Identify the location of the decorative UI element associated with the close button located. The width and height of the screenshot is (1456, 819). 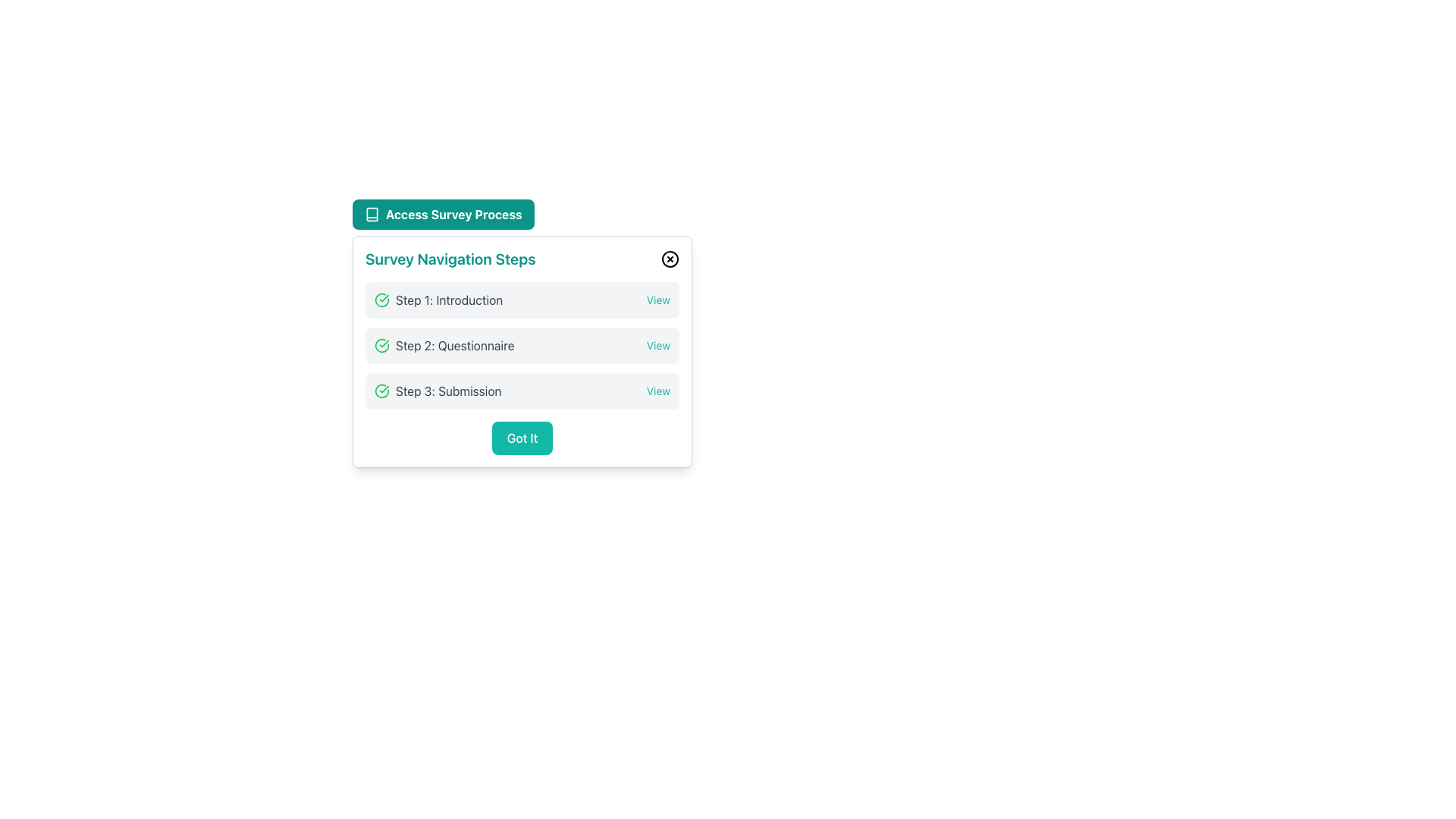
(669, 259).